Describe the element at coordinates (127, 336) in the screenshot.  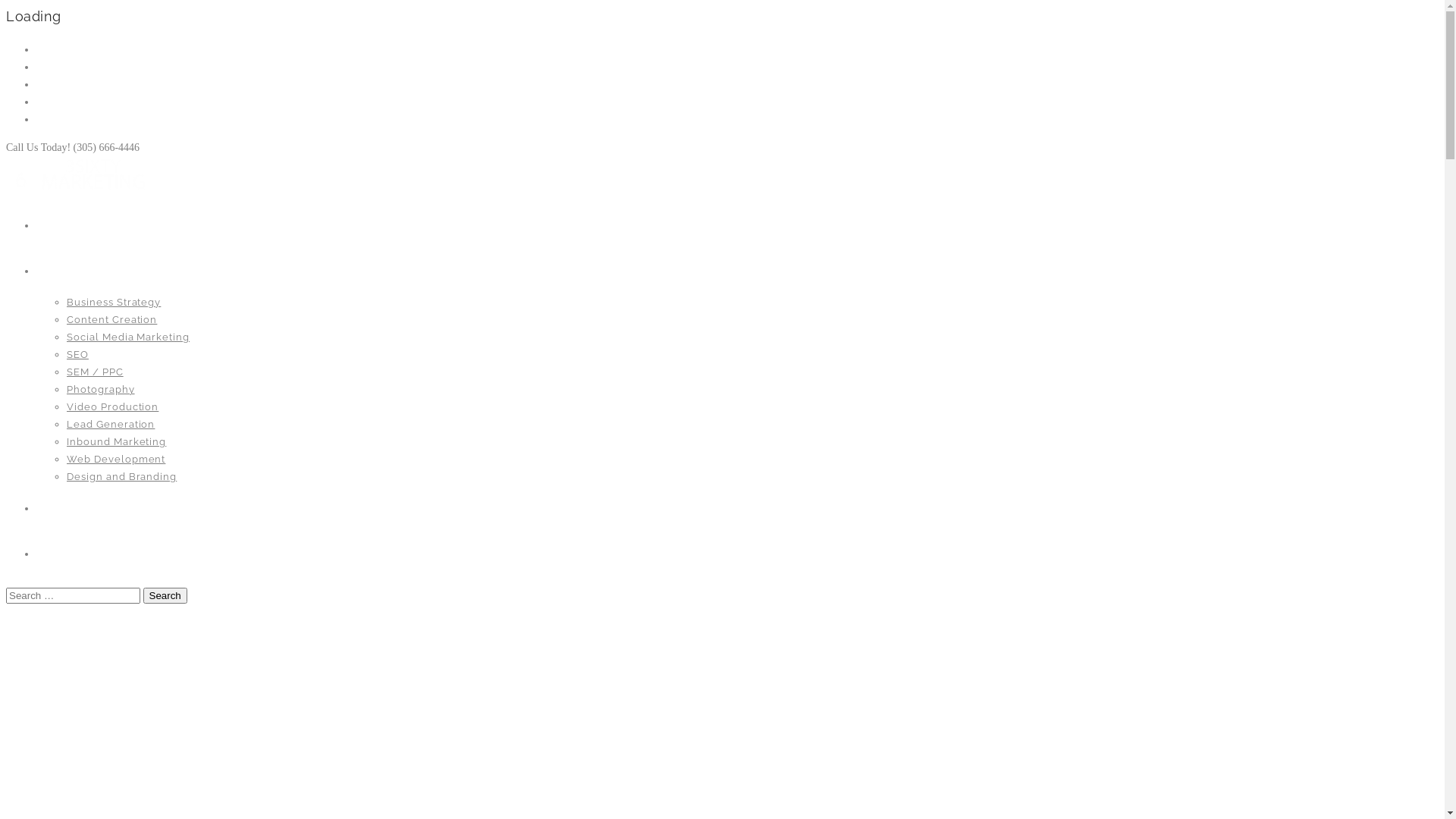
I see `'Social Media Marketing'` at that location.